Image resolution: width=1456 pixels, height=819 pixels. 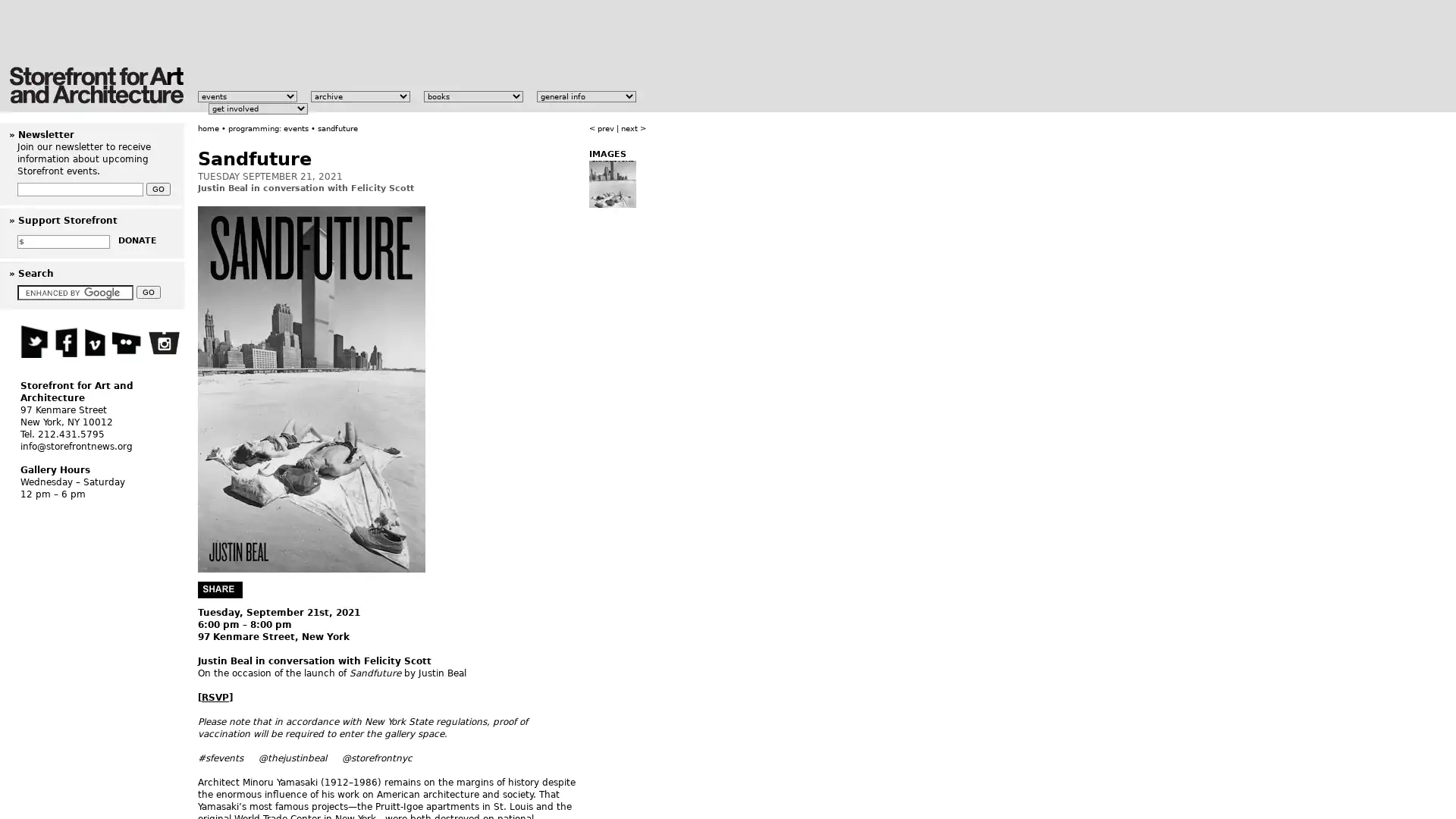 What do you see at coordinates (149, 292) in the screenshot?
I see `GO` at bounding box center [149, 292].